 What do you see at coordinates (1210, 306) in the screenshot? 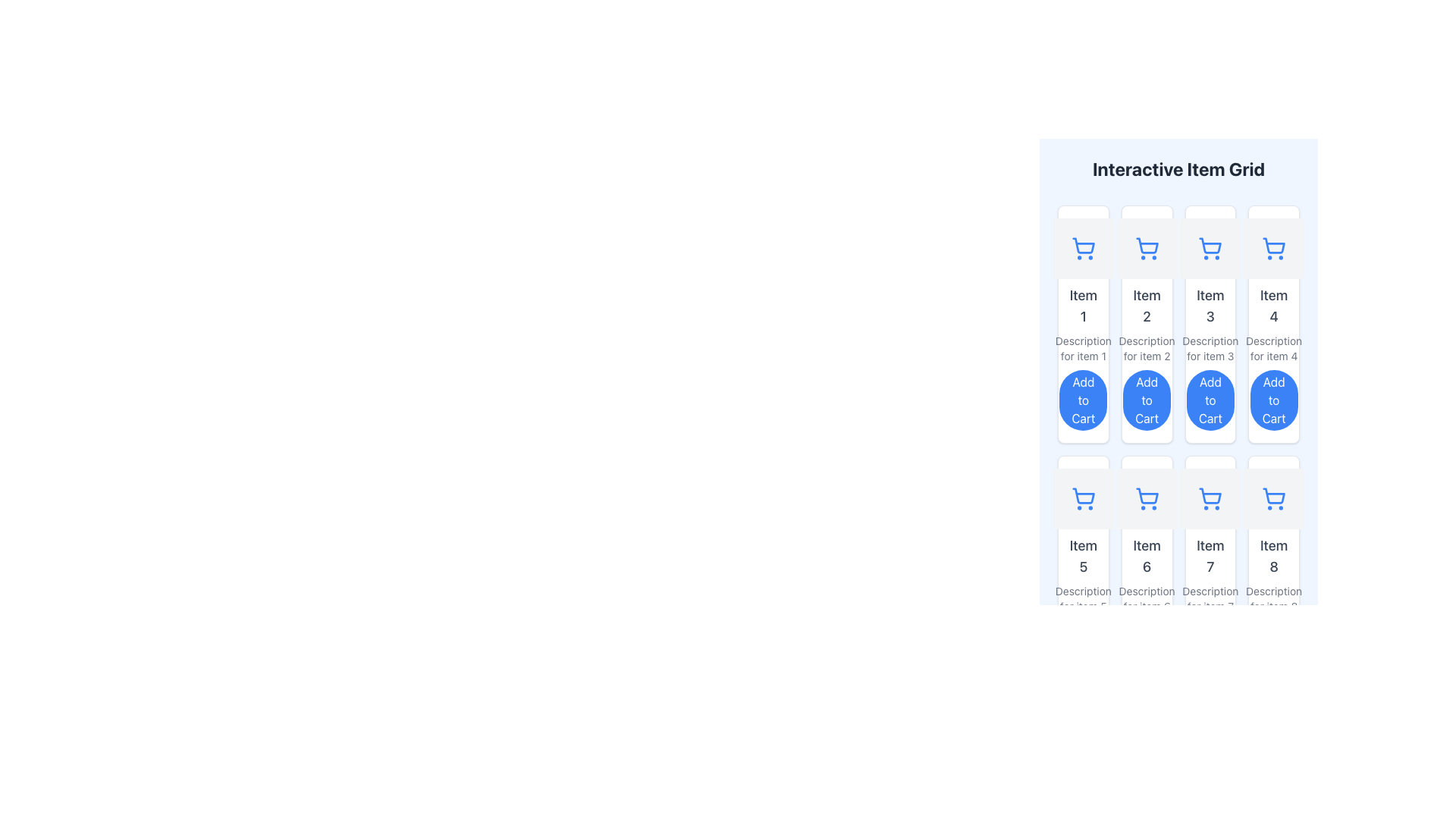
I see `Text Label that serves as a title for an item within the interactive grid layout, located above the description text and below the shopping cart graphic` at bounding box center [1210, 306].